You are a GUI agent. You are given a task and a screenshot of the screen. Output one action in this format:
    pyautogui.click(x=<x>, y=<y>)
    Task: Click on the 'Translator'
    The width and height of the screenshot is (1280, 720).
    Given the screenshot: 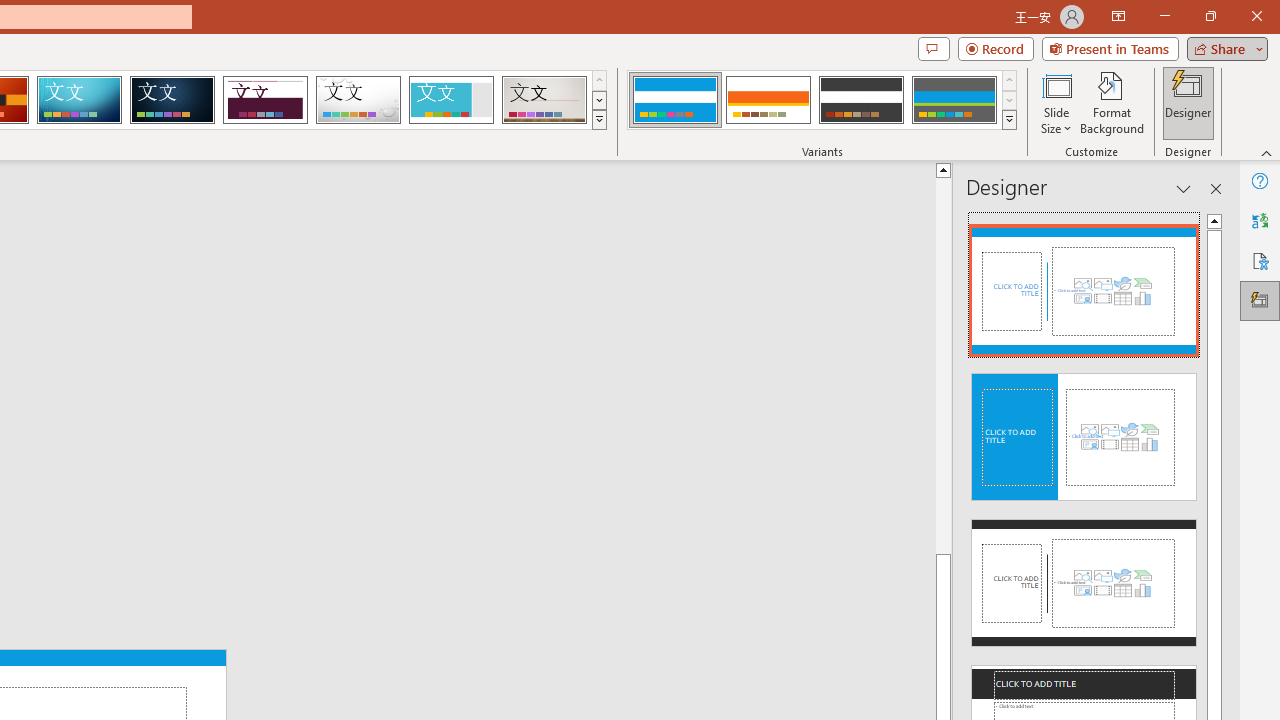 What is the action you would take?
    pyautogui.click(x=1259, y=221)
    